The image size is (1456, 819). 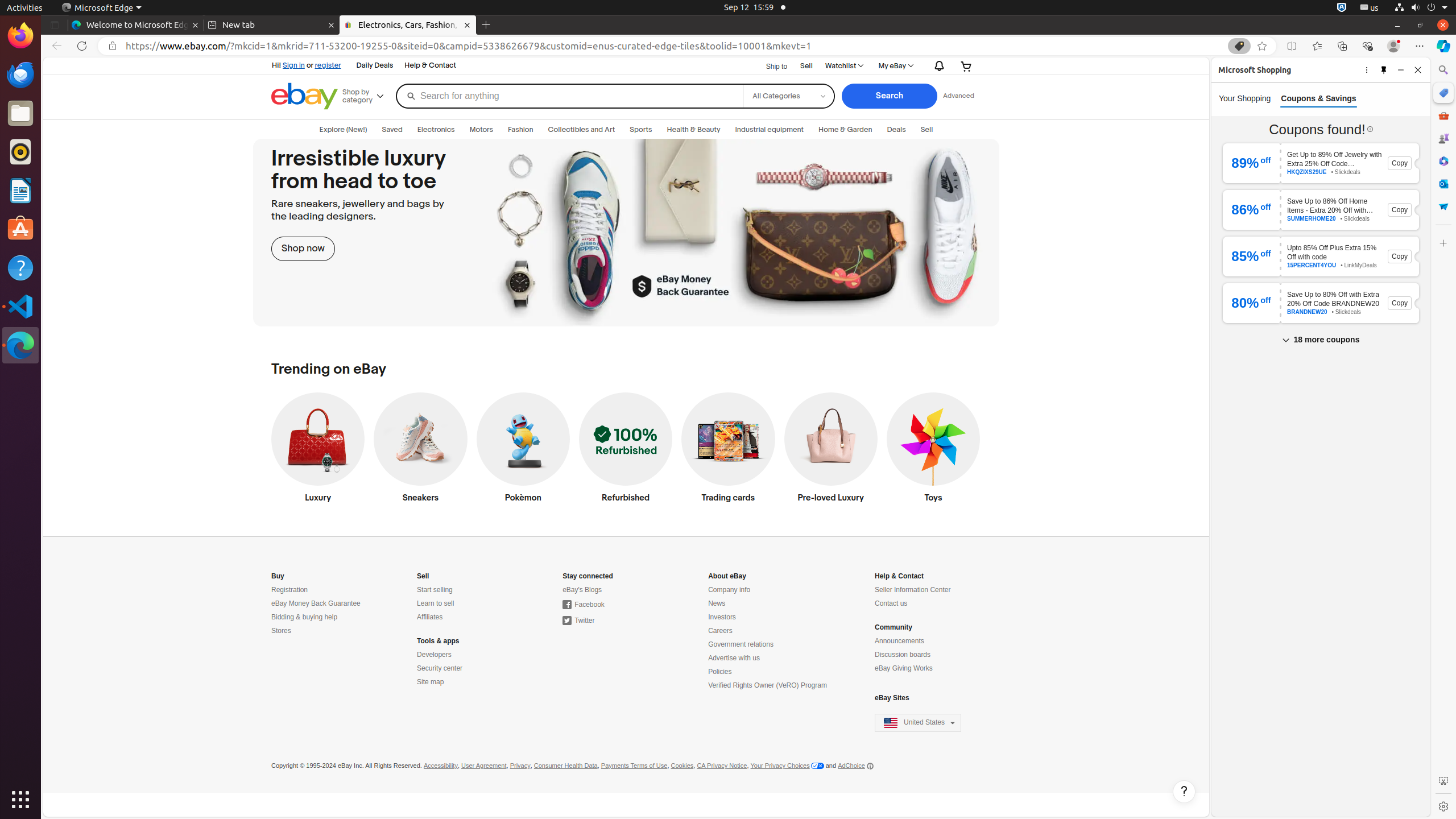 What do you see at coordinates (374, 65) in the screenshot?
I see `'Daily Deals'` at bounding box center [374, 65].